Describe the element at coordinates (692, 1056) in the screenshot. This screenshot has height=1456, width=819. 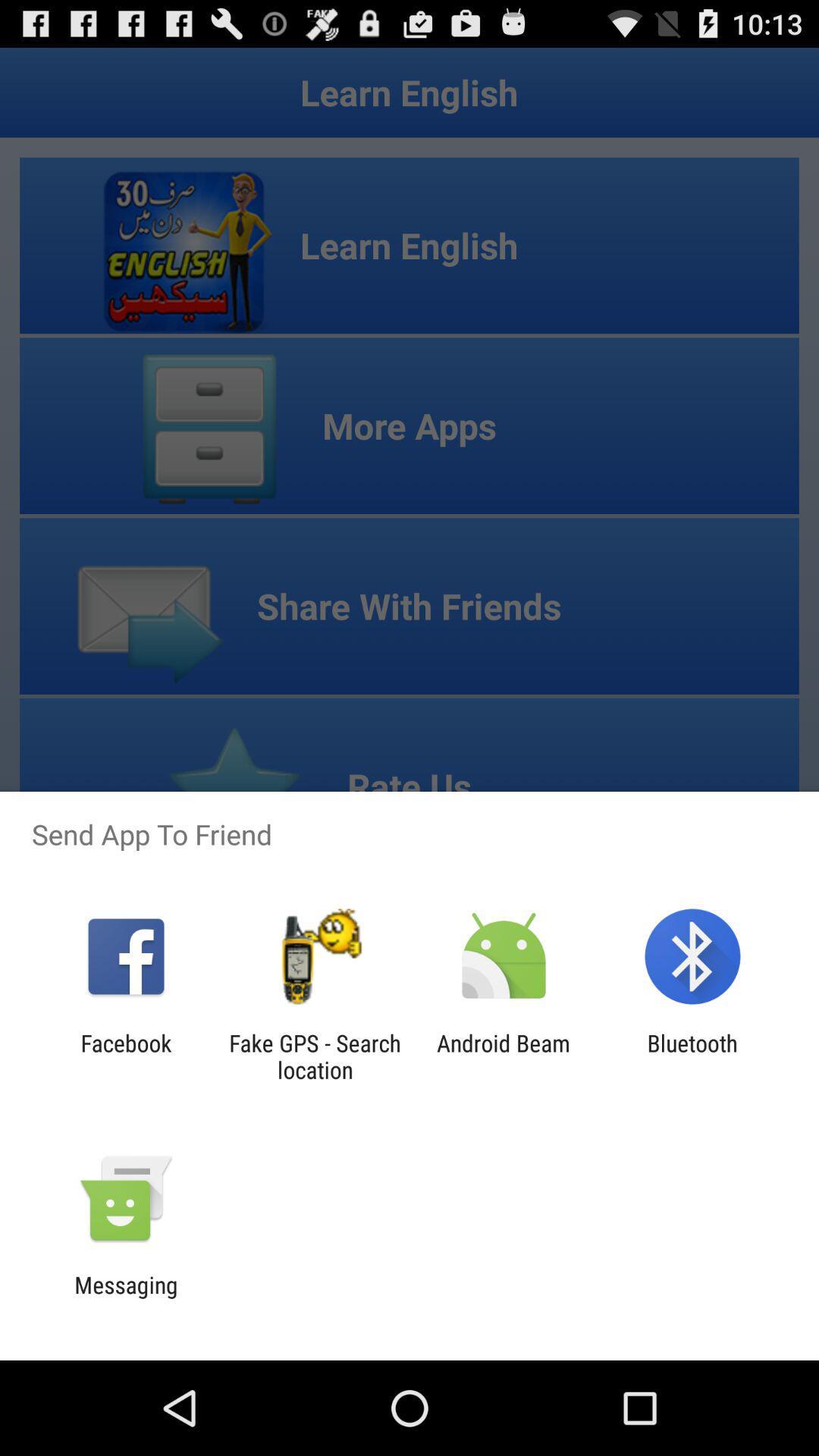
I see `item at the bottom right corner` at that location.